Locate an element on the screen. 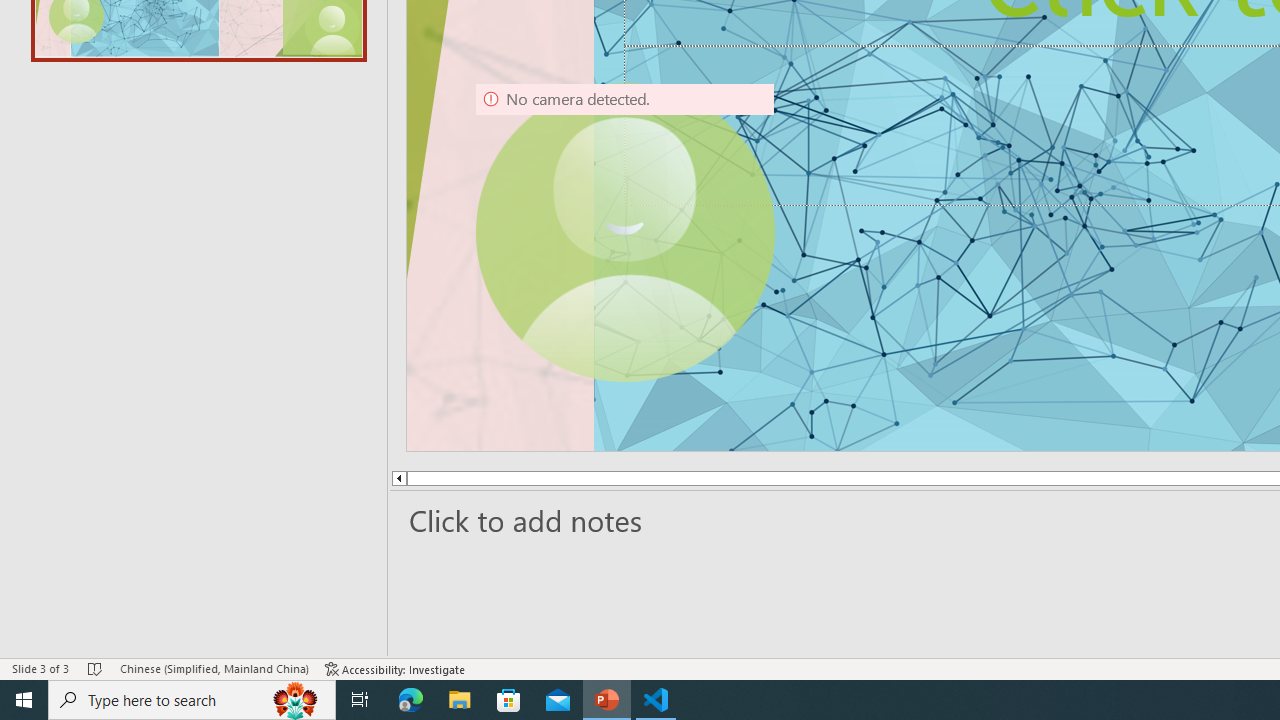 This screenshot has width=1280, height=720. 'Camera 9, No camera detected.' is located at coordinates (623, 231).